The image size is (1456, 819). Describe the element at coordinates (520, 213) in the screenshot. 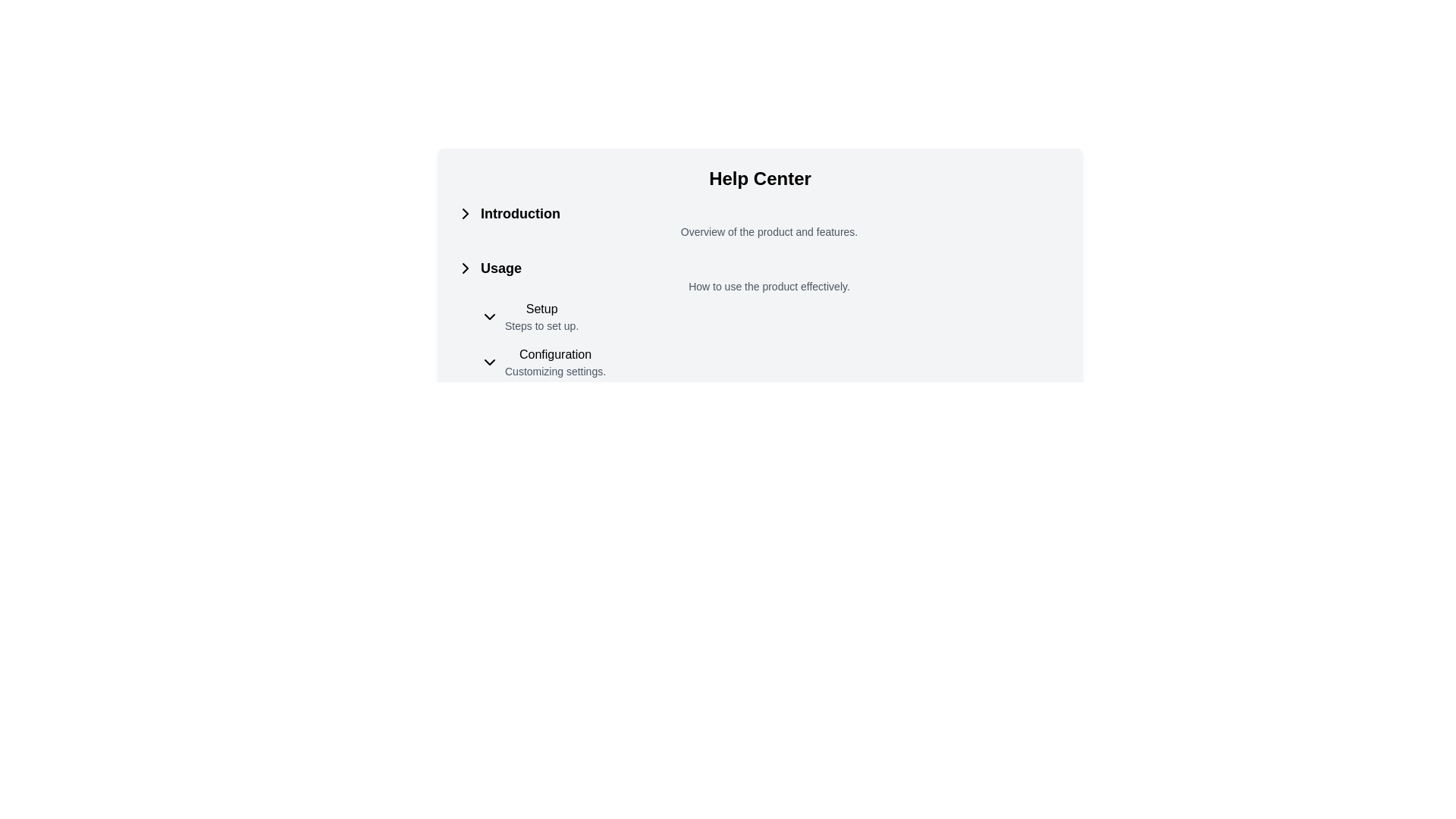

I see `the navigational link indicating the title of the collapsible menu section located near the top-left of the menu panel` at that location.